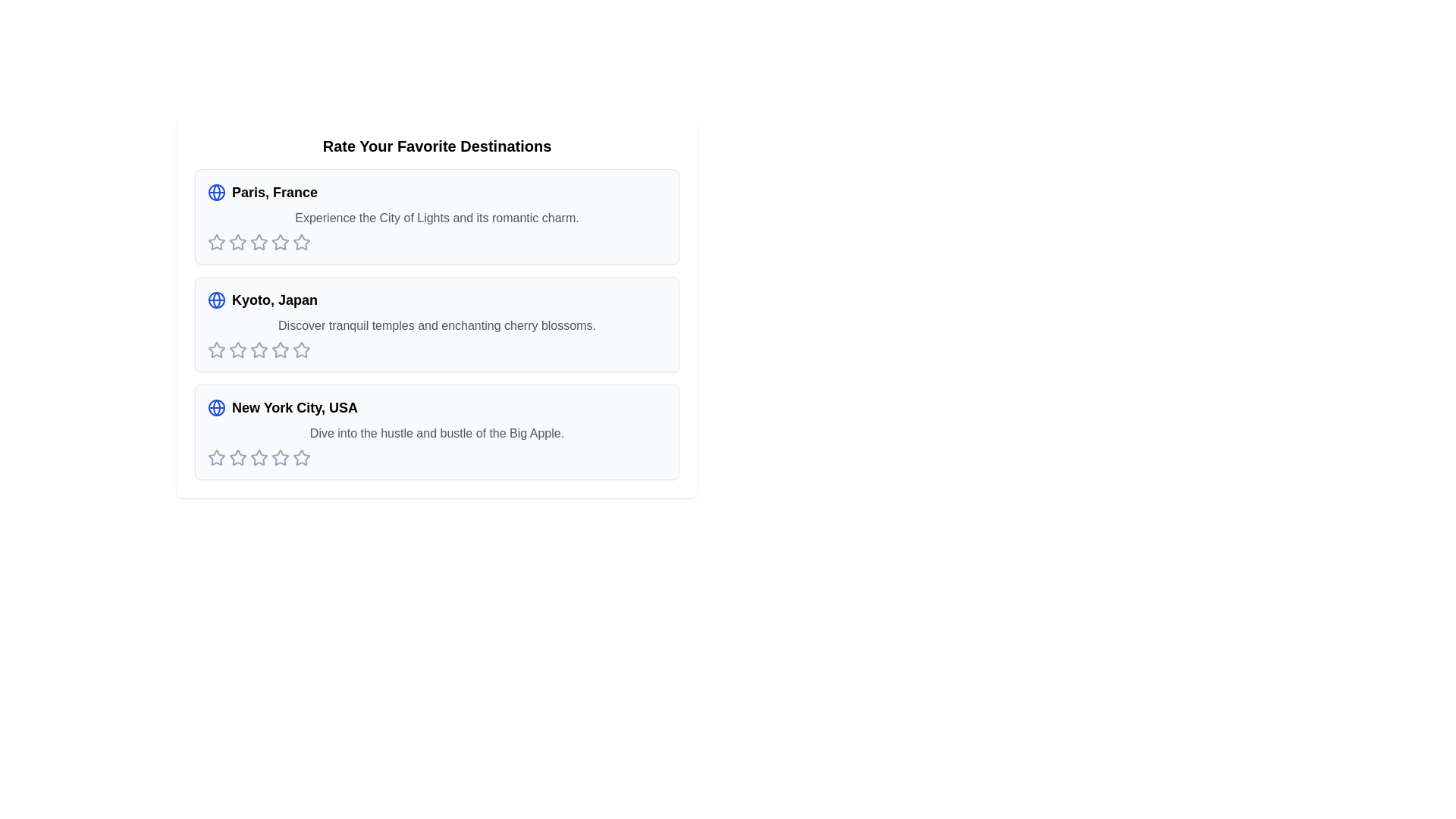 The height and width of the screenshot is (819, 1456). I want to click on the first rating star icon for the 'New York City, USA' entry in the rating system located at the bottom of the interface, so click(216, 457).